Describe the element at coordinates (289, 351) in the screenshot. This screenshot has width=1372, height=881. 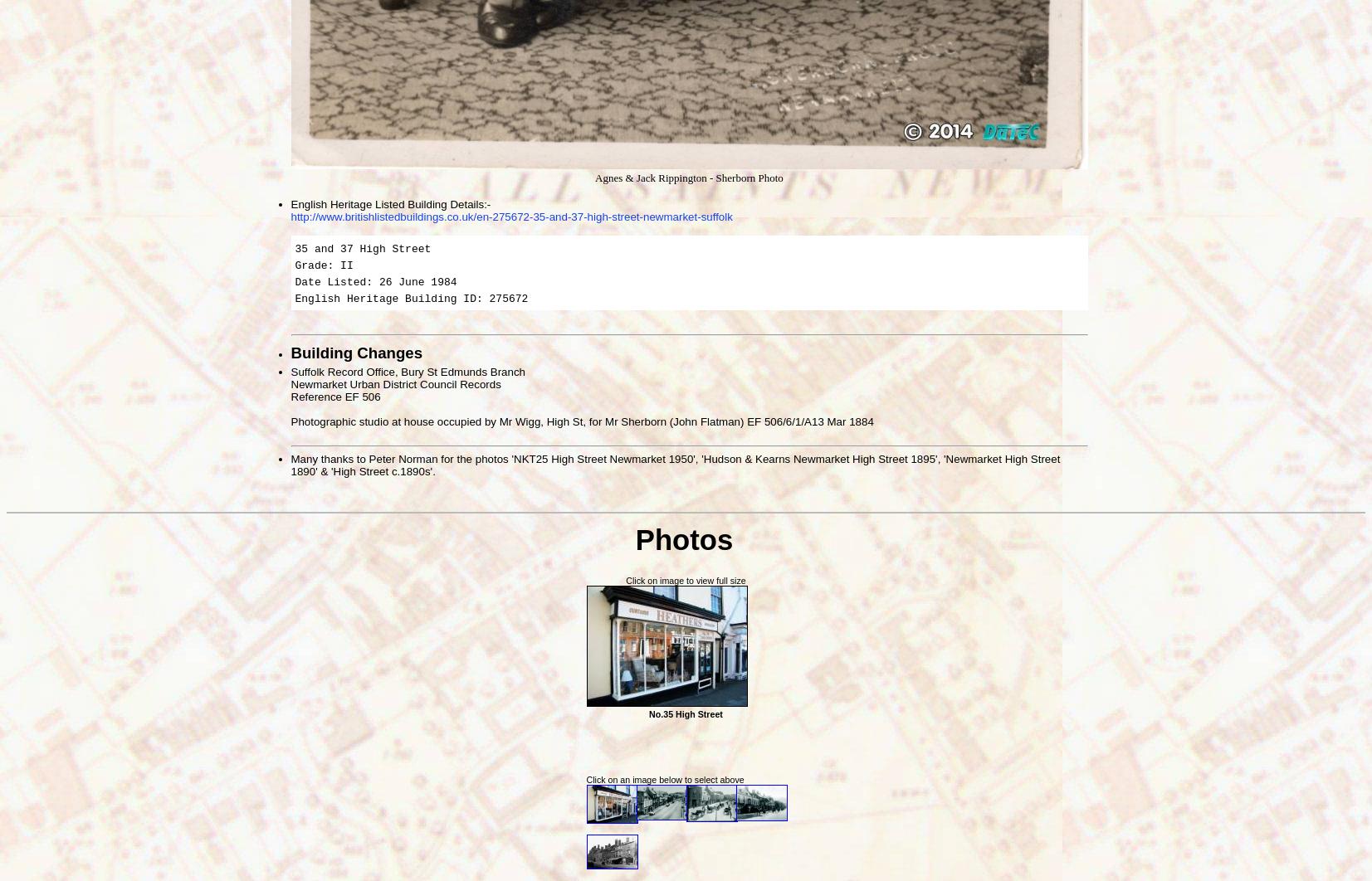
I see `'Building Changes'` at that location.